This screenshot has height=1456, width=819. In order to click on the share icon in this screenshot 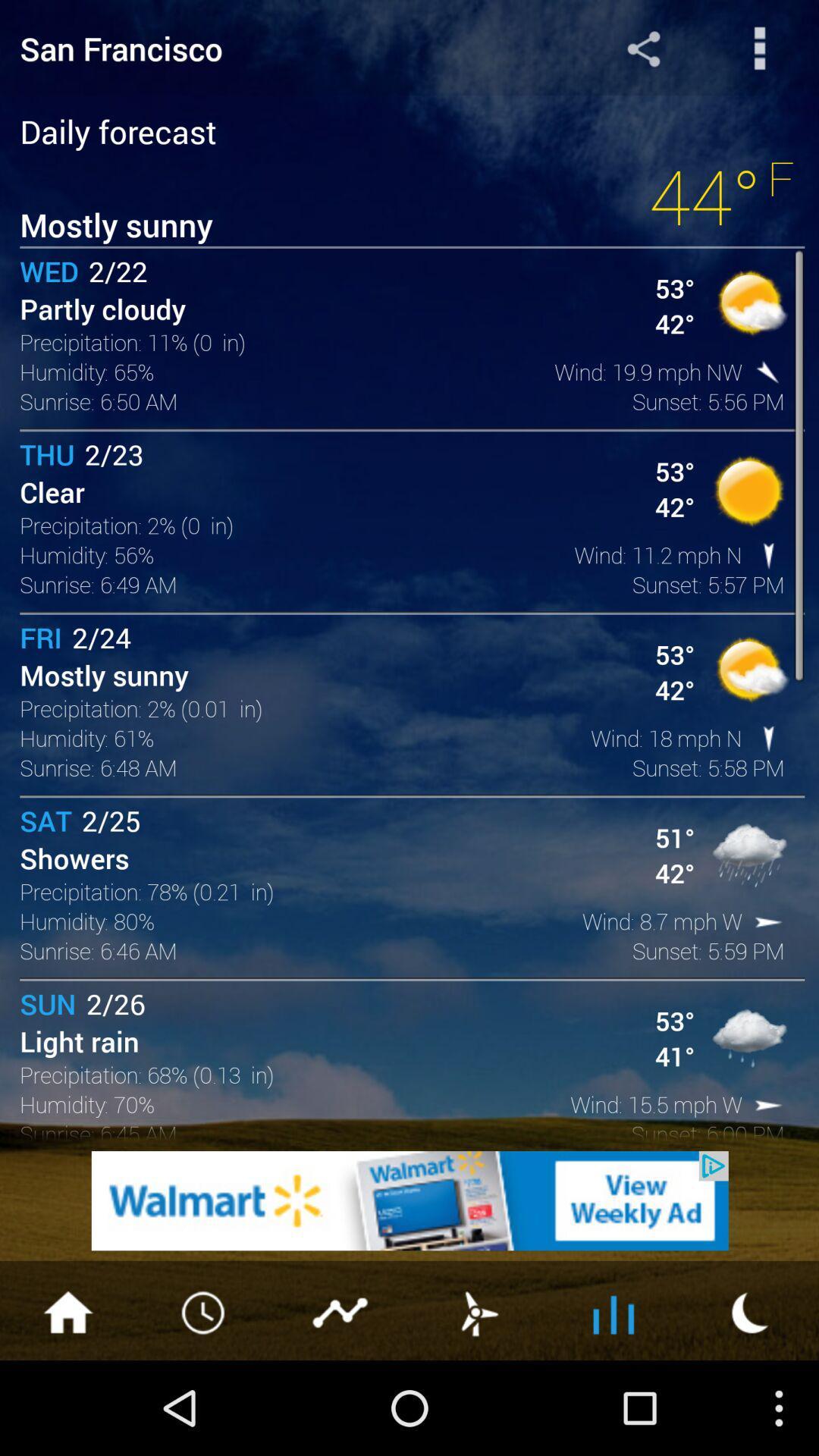, I will do `click(643, 52)`.